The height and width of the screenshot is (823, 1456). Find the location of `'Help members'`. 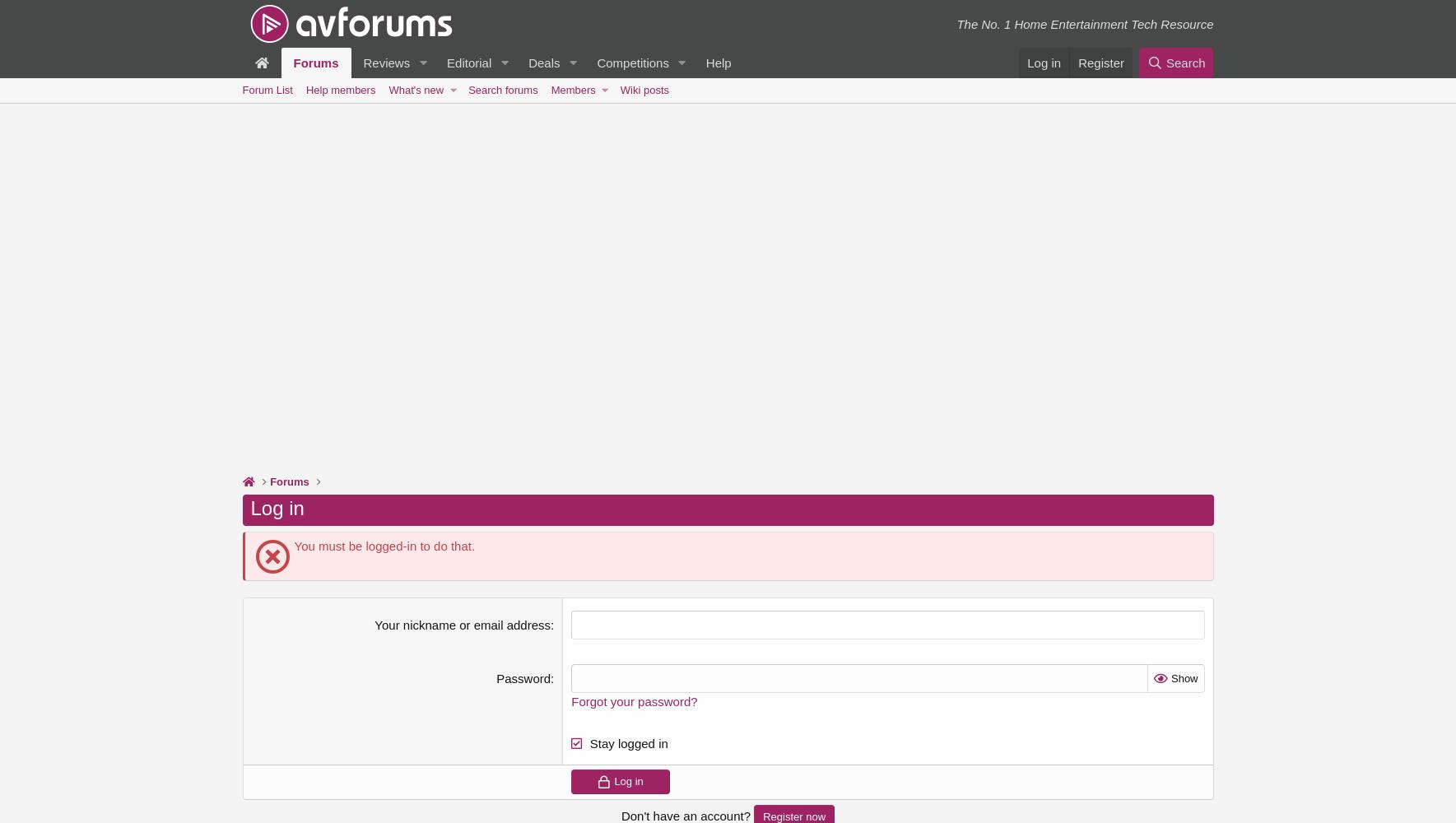

'Help members' is located at coordinates (339, 89).